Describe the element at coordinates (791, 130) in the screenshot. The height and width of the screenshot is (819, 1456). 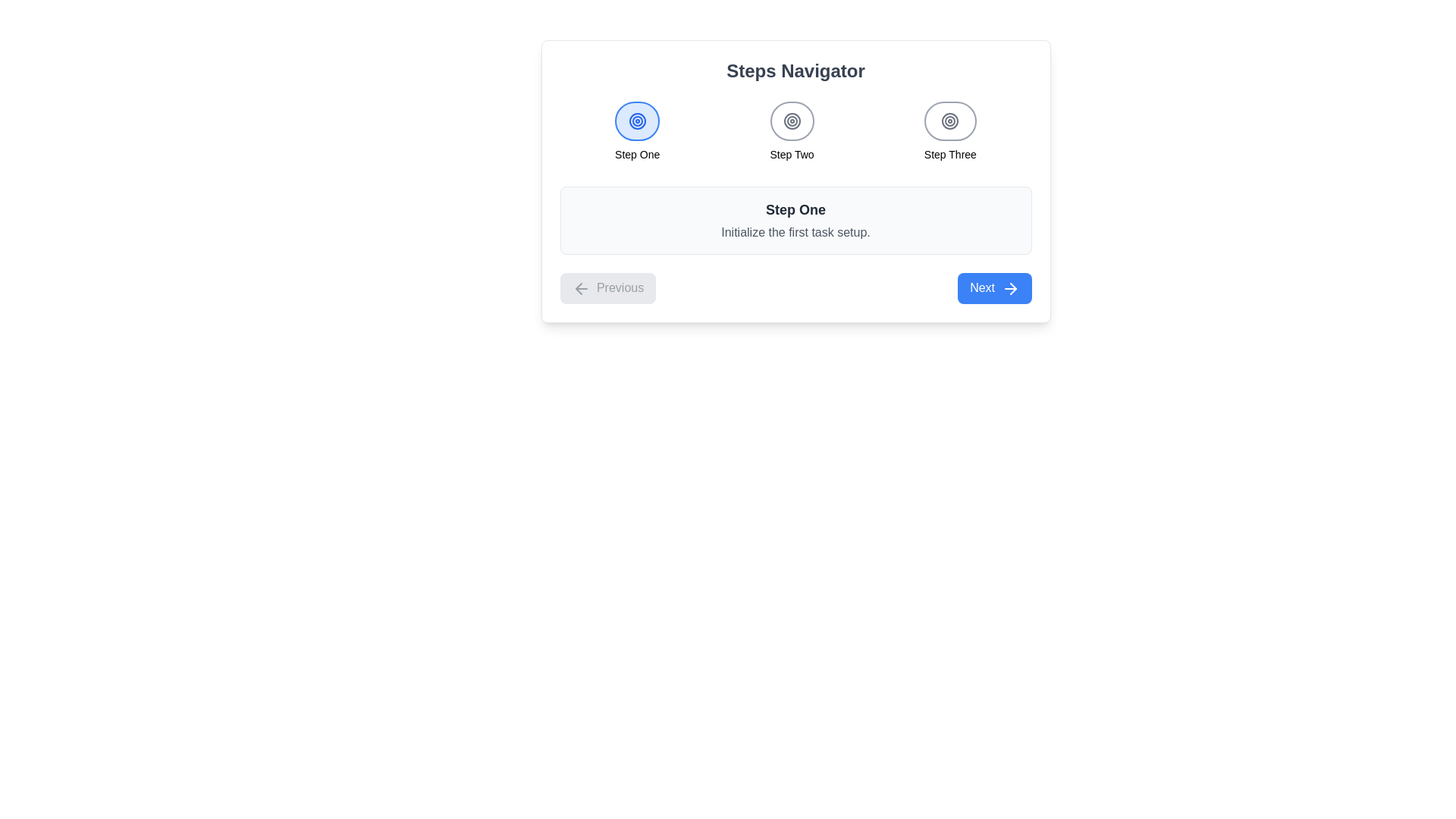
I see `the 'Step Two' text in the step indicator element, which is the second of three items in the navigation bar, visually marked by concentric circles in gray` at that location.